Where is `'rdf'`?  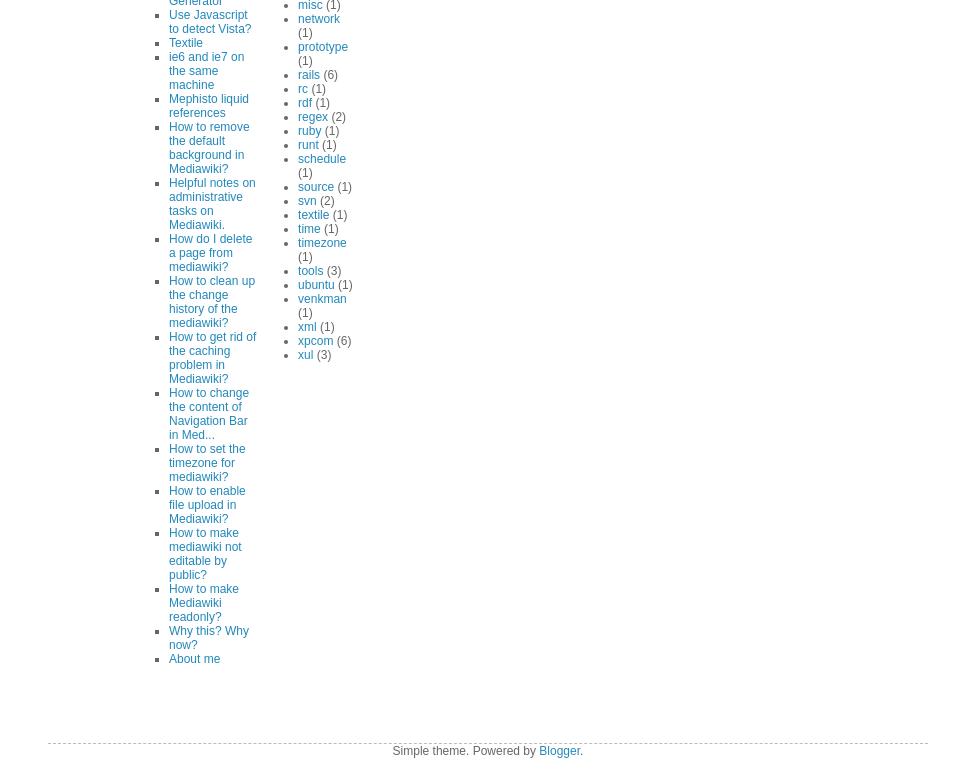 'rdf' is located at coordinates (304, 101).